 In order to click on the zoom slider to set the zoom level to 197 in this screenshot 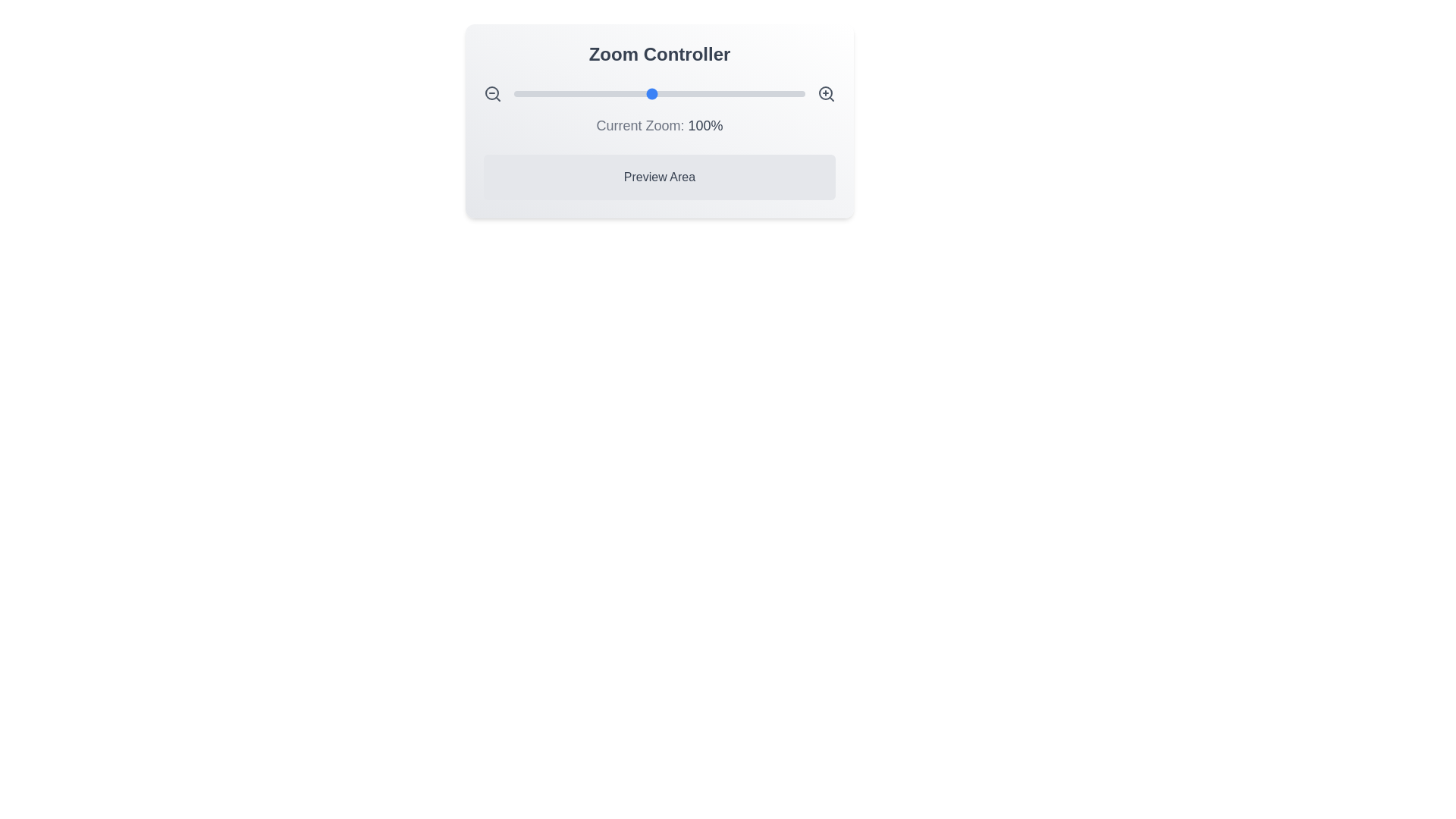, I will do `click(800, 93)`.